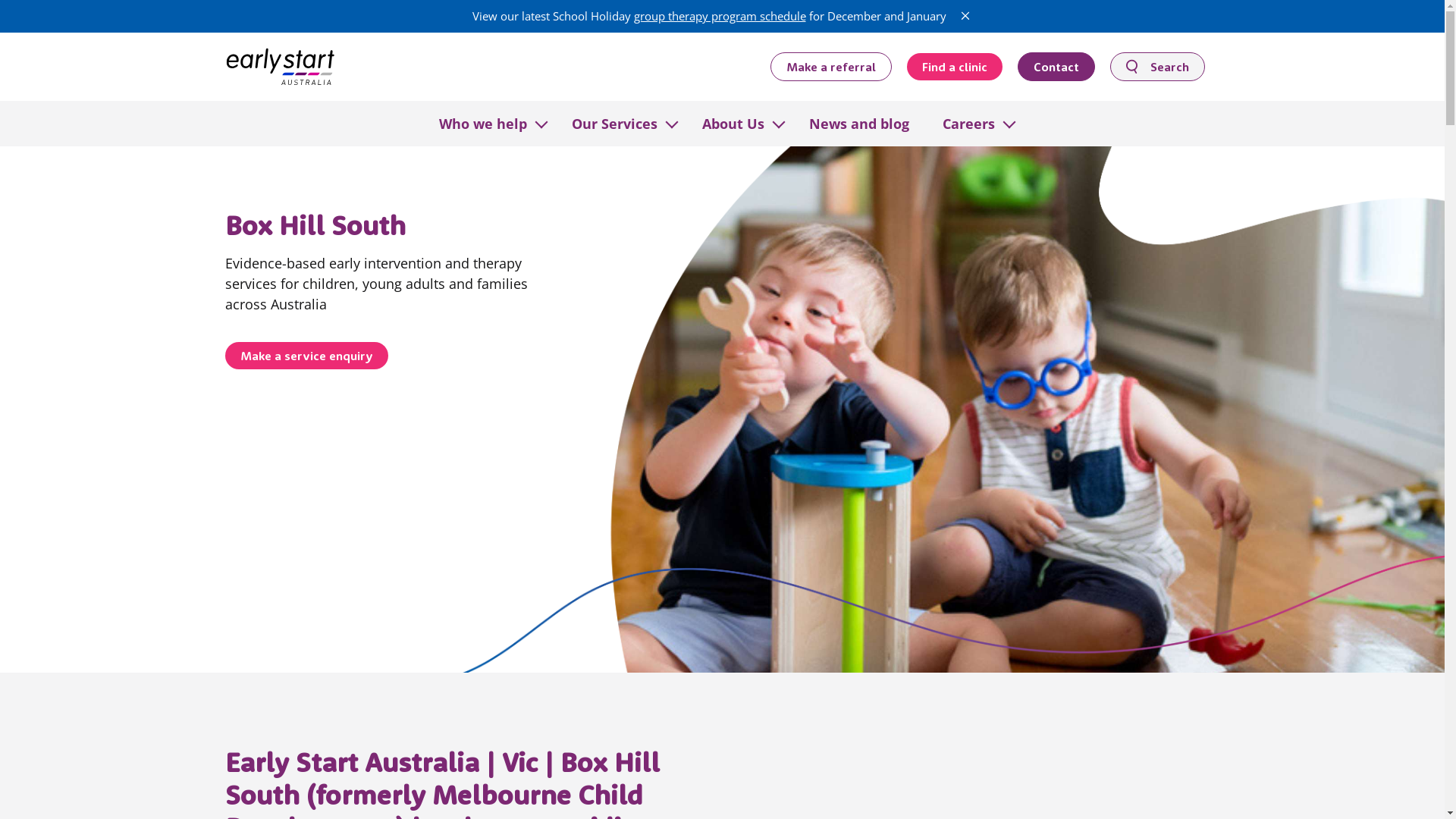  What do you see at coordinates (733, 122) in the screenshot?
I see `'About Us'` at bounding box center [733, 122].